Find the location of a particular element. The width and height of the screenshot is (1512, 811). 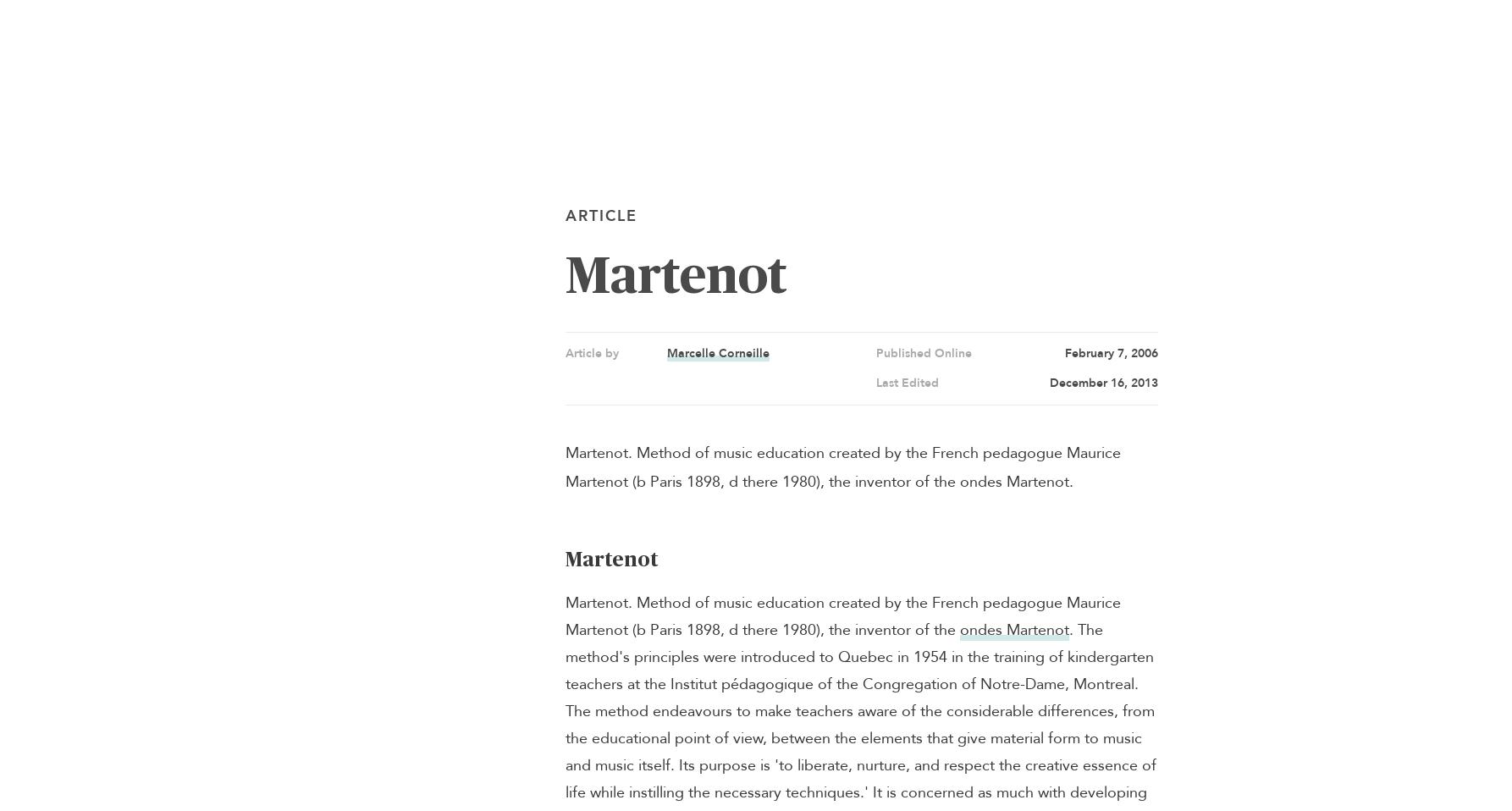

'Rapport de la Commission royale d'enquête sur l'enseignement des arts dans la province de Québec' is located at coordinates (579, 360).